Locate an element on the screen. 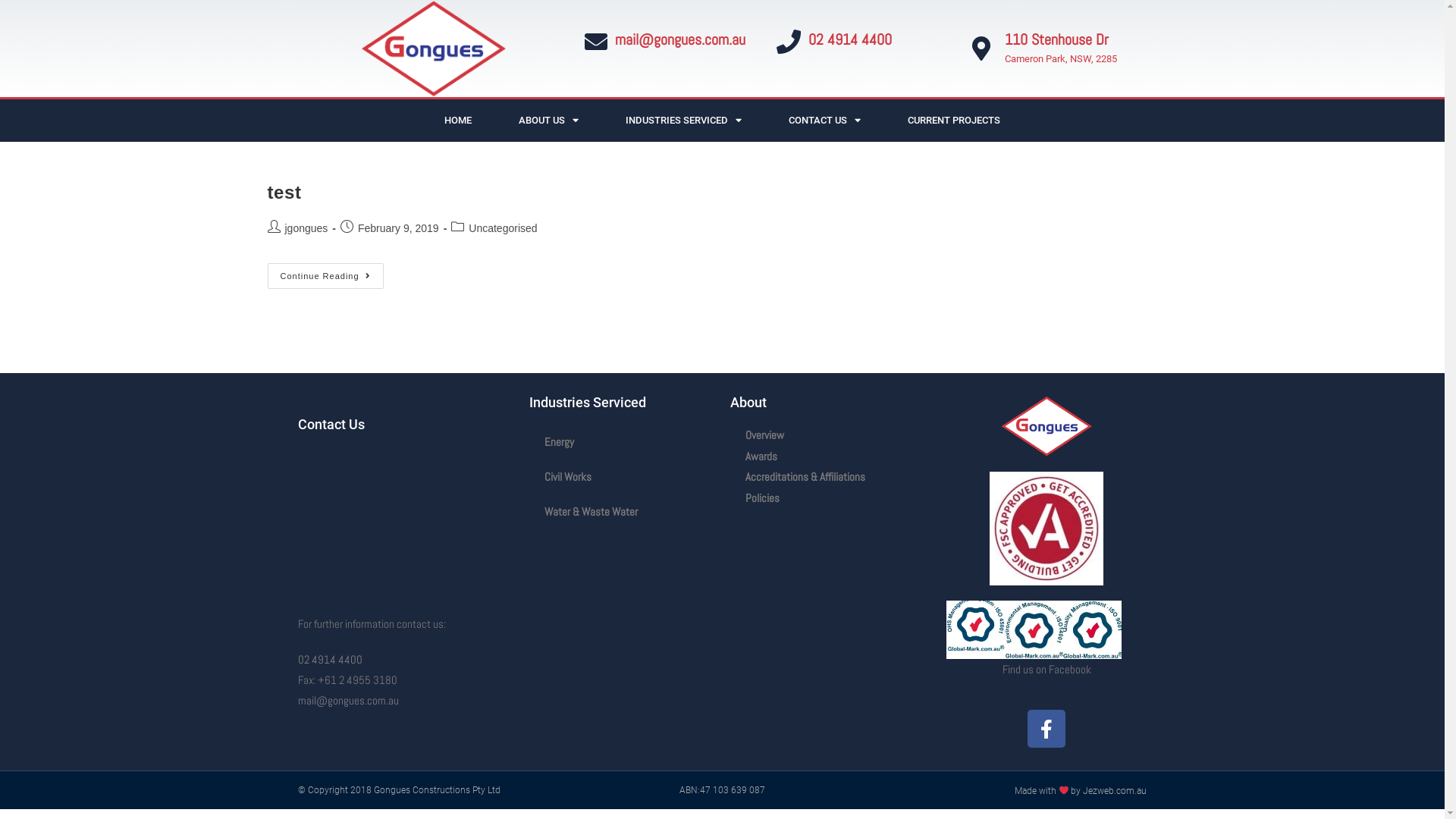 The image size is (1456, 819). 'ABN:47 103 639 087' is located at coordinates (679, 789).